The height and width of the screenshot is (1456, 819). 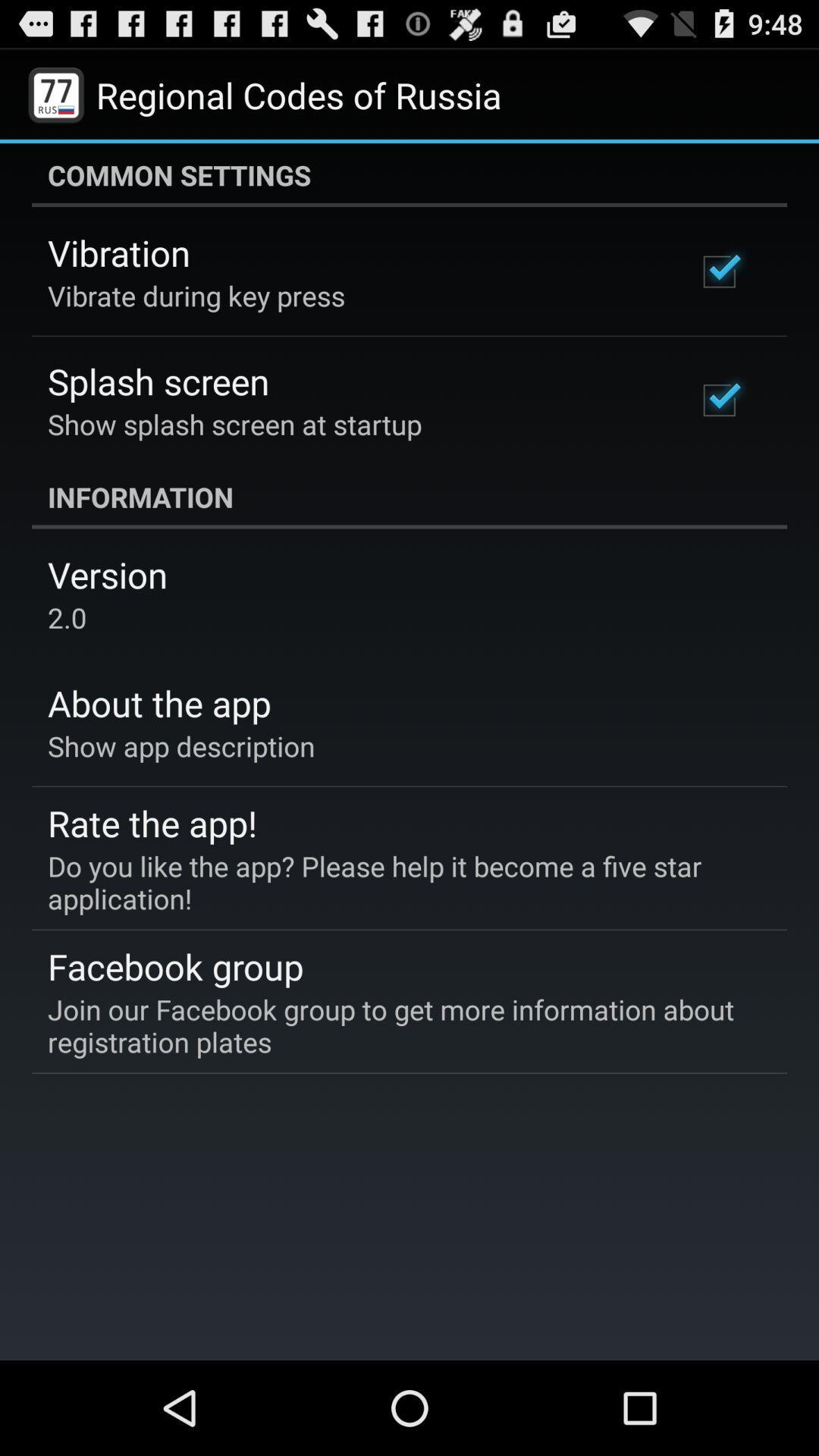 What do you see at coordinates (196, 295) in the screenshot?
I see `the item above splash screen icon` at bounding box center [196, 295].